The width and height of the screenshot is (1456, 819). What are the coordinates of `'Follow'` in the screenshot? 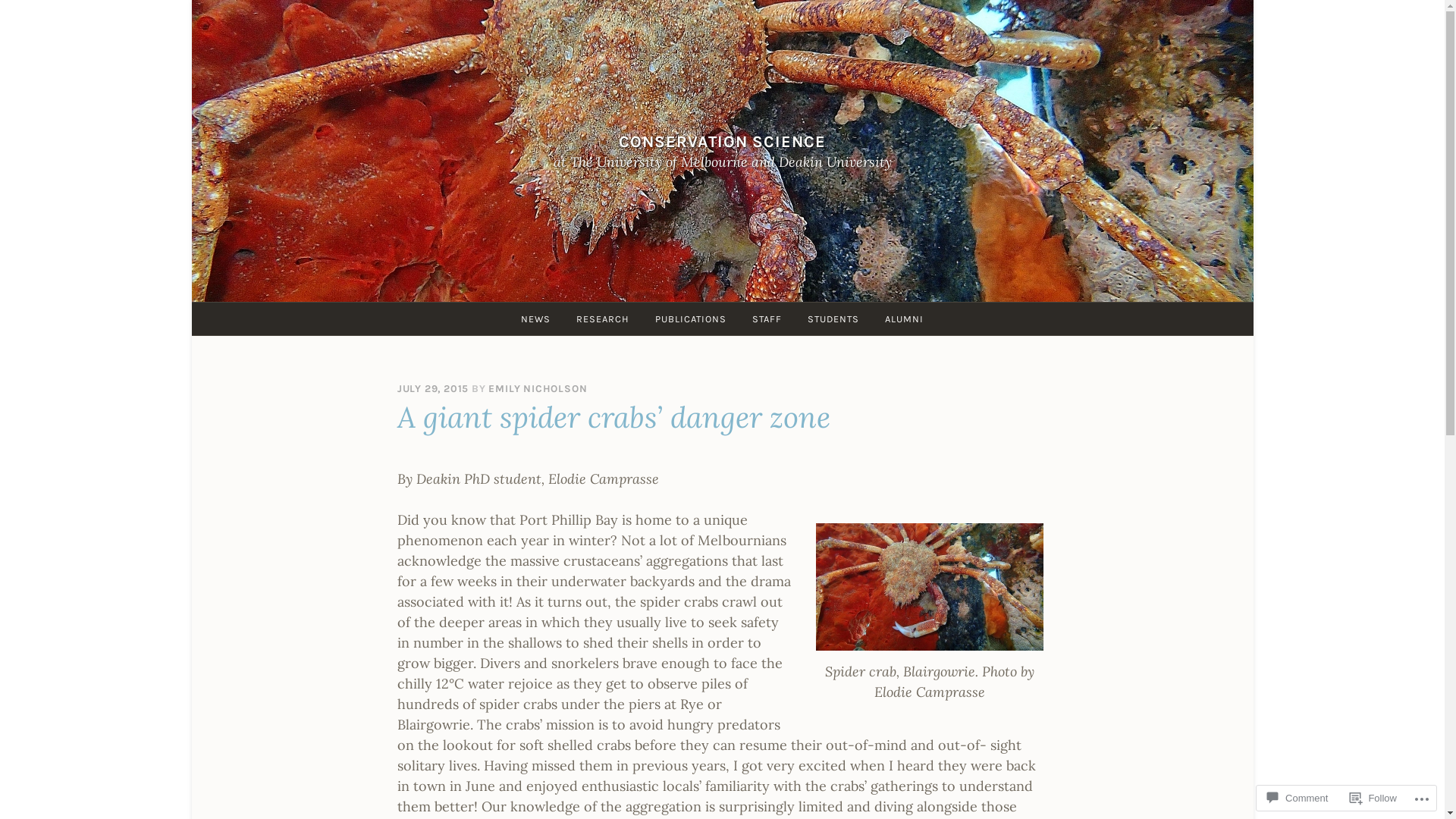 It's located at (1373, 797).